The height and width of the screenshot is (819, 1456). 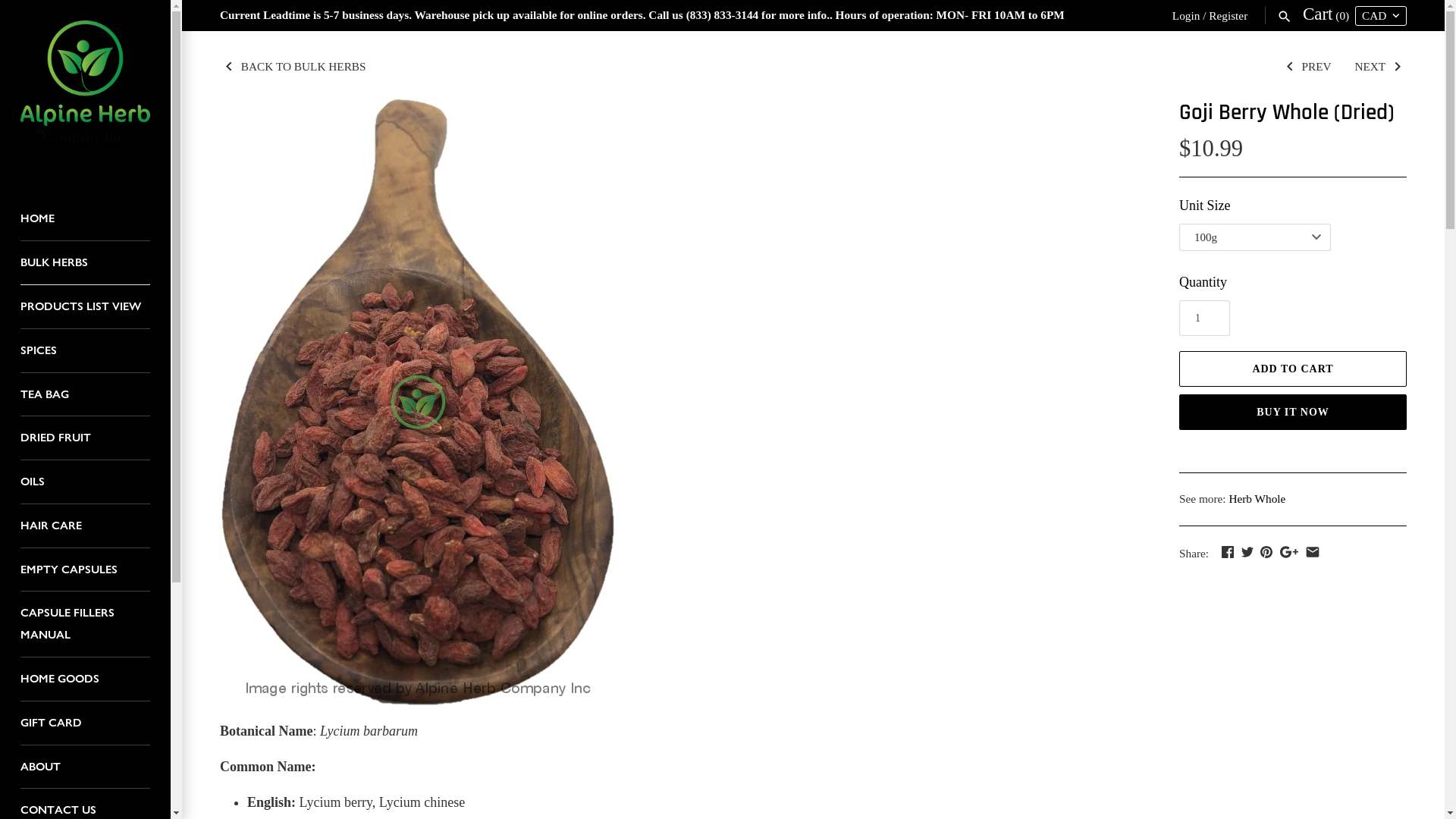 What do you see at coordinates (84, 482) in the screenshot?
I see `'OILS'` at bounding box center [84, 482].